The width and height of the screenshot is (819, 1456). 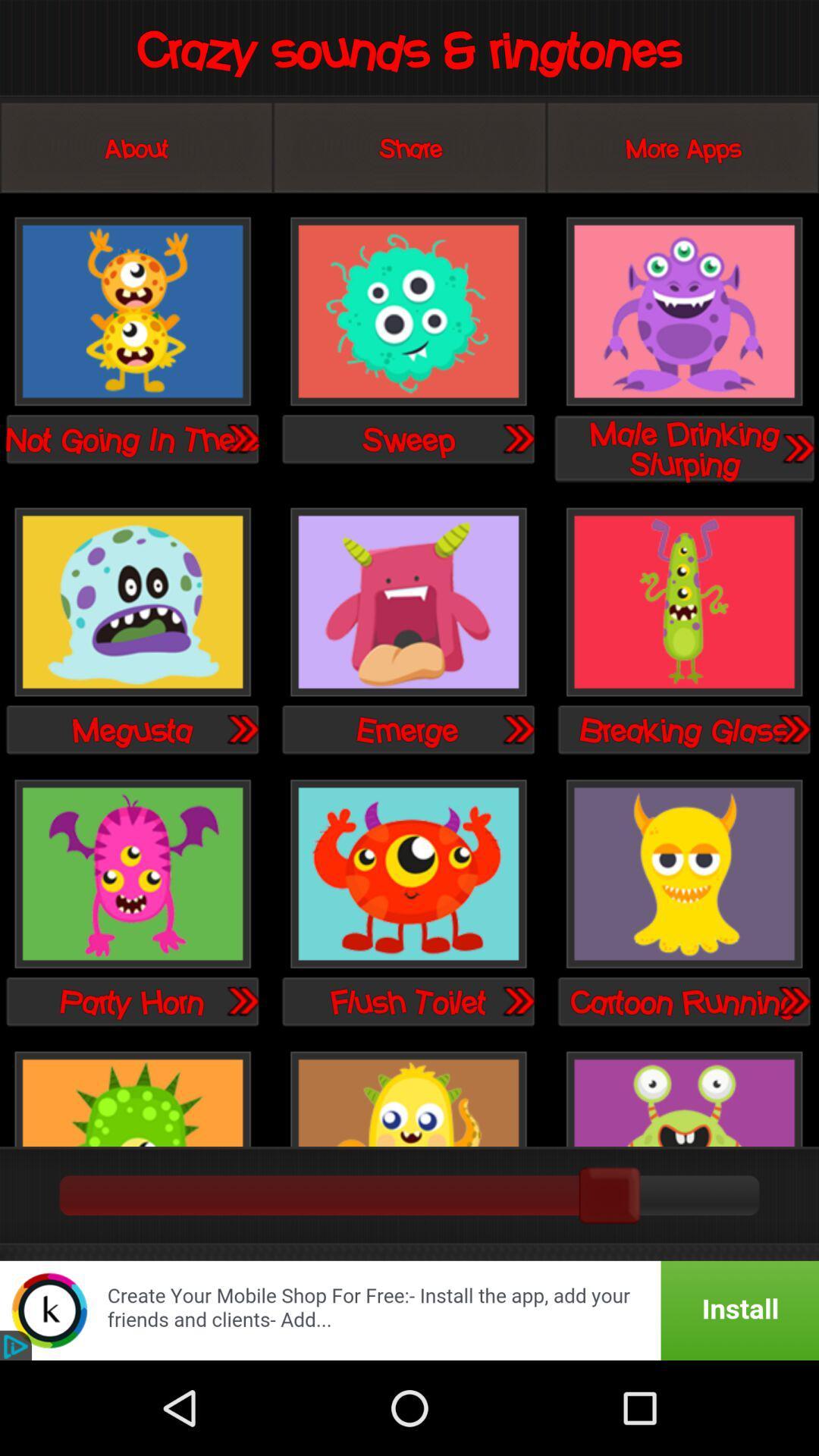 What do you see at coordinates (792, 729) in the screenshot?
I see `preview the sound` at bounding box center [792, 729].